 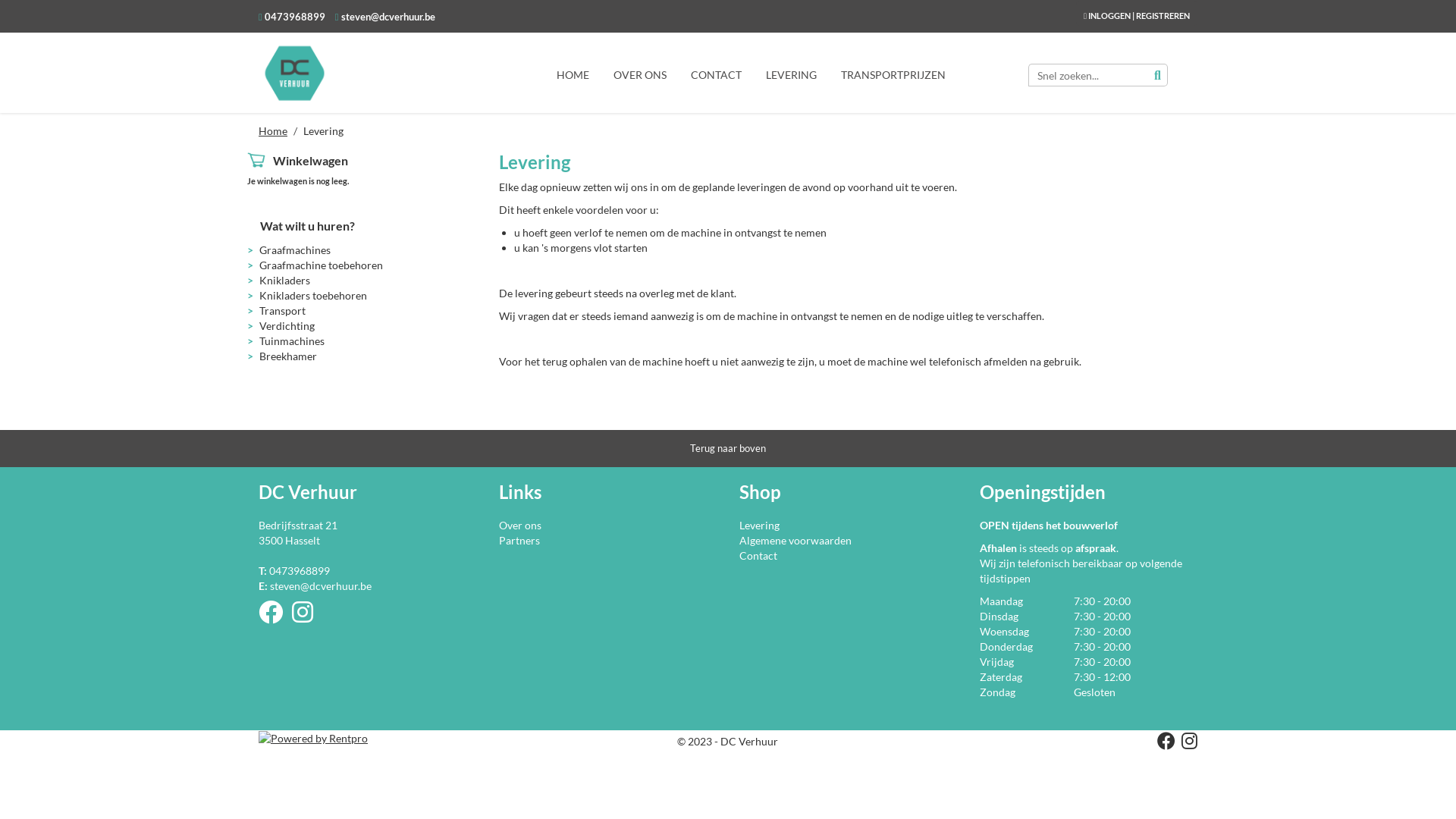 What do you see at coordinates (790, 74) in the screenshot?
I see `'LEVERING'` at bounding box center [790, 74].